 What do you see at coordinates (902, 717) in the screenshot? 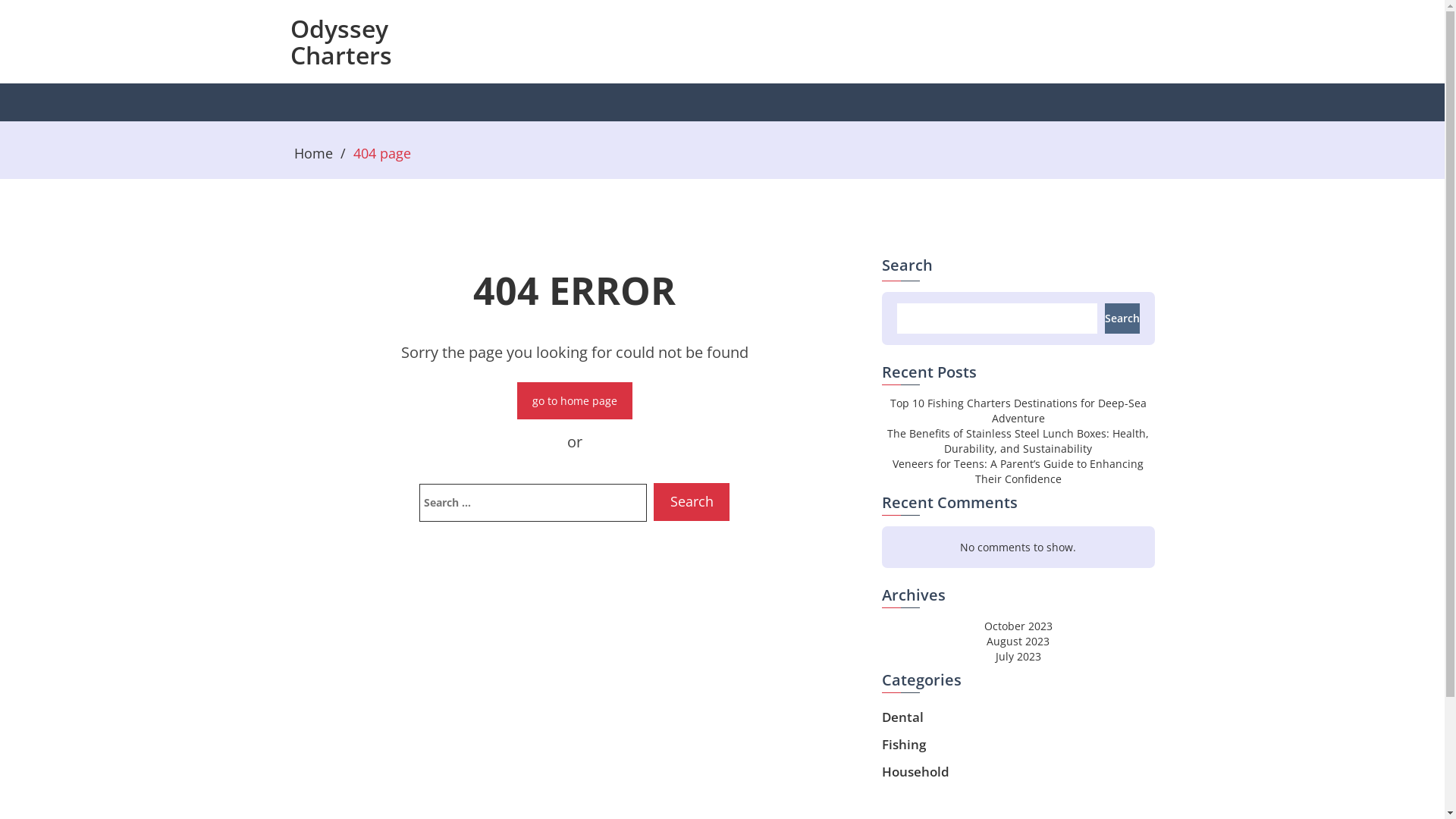
I see `'Dental'` at bounding box center [902, 717].